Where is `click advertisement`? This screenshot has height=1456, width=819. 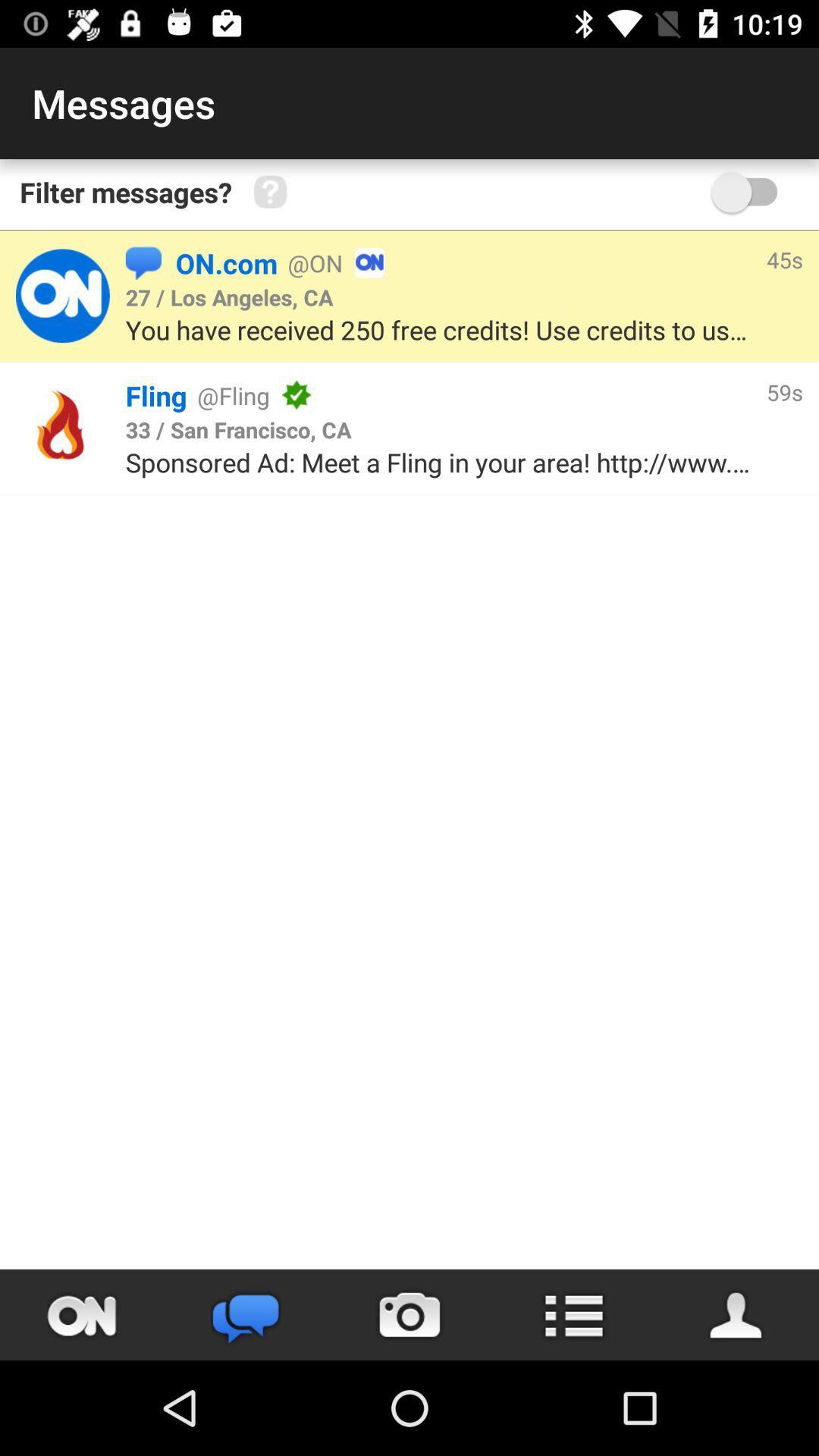 click advertisement is located at coordinates (61, 428).